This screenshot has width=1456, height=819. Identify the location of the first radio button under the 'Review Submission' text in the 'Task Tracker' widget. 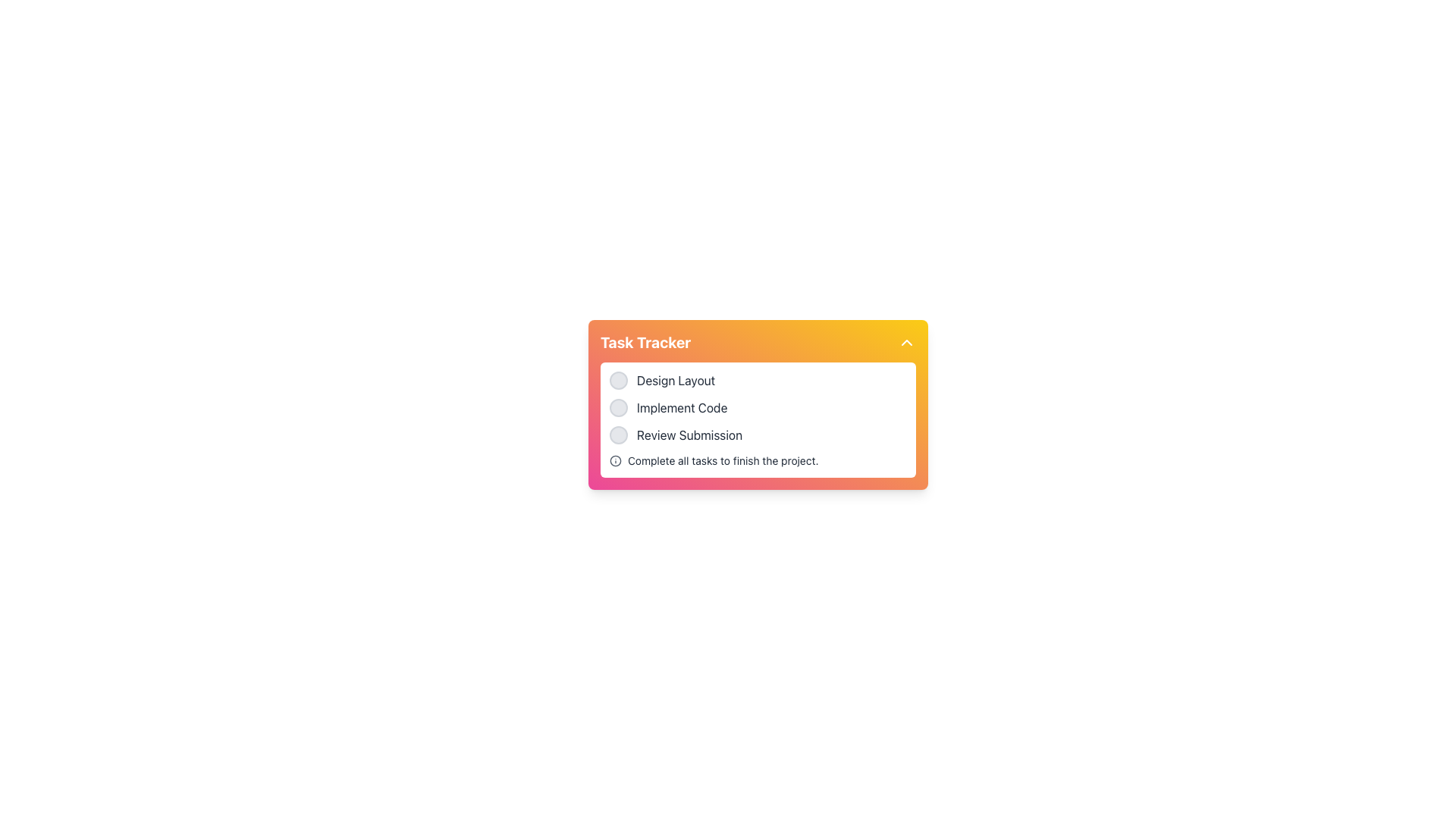
(619, 435).